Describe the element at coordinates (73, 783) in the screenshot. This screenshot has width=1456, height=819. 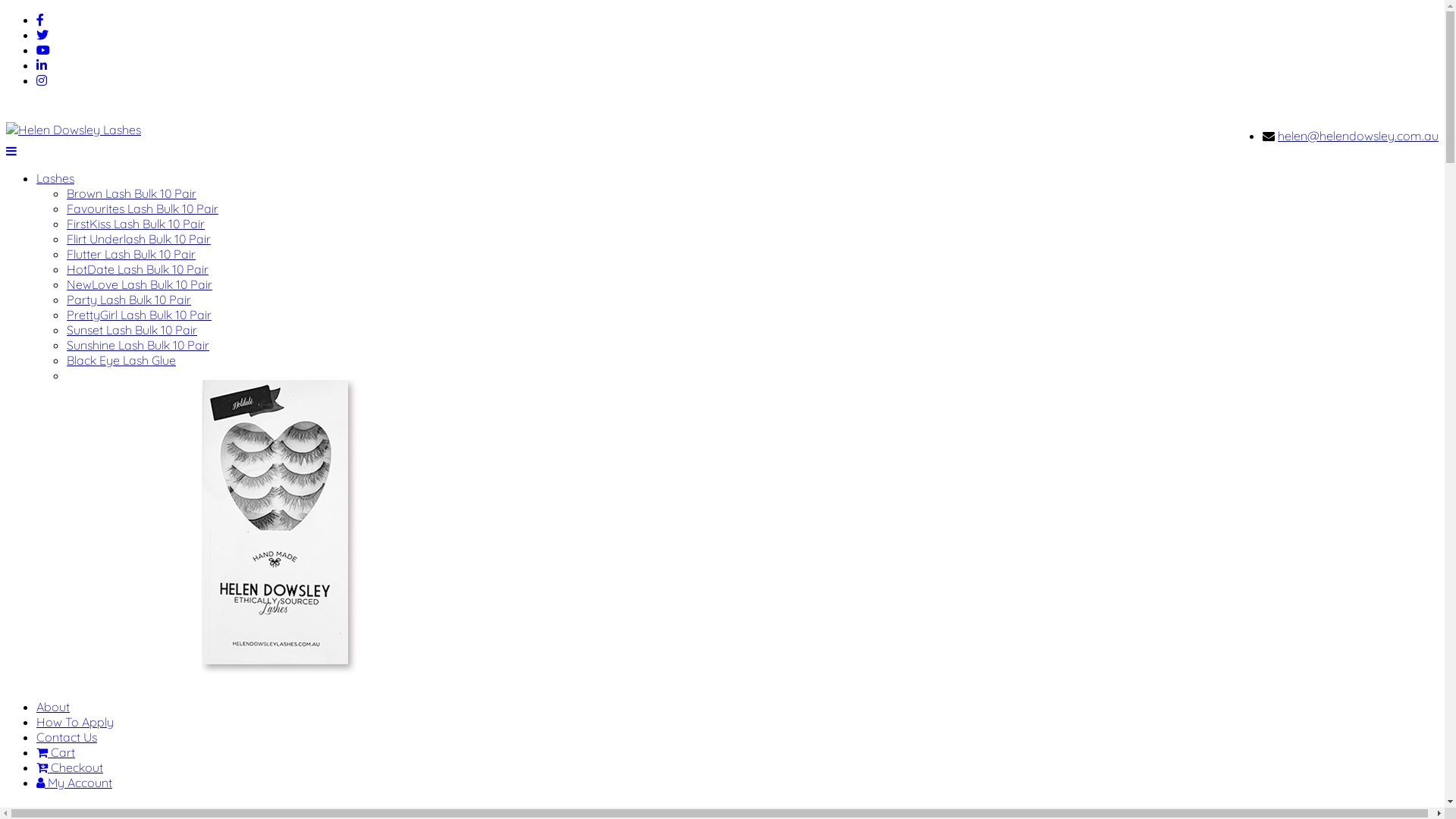
I see `'My Account'` at that location.